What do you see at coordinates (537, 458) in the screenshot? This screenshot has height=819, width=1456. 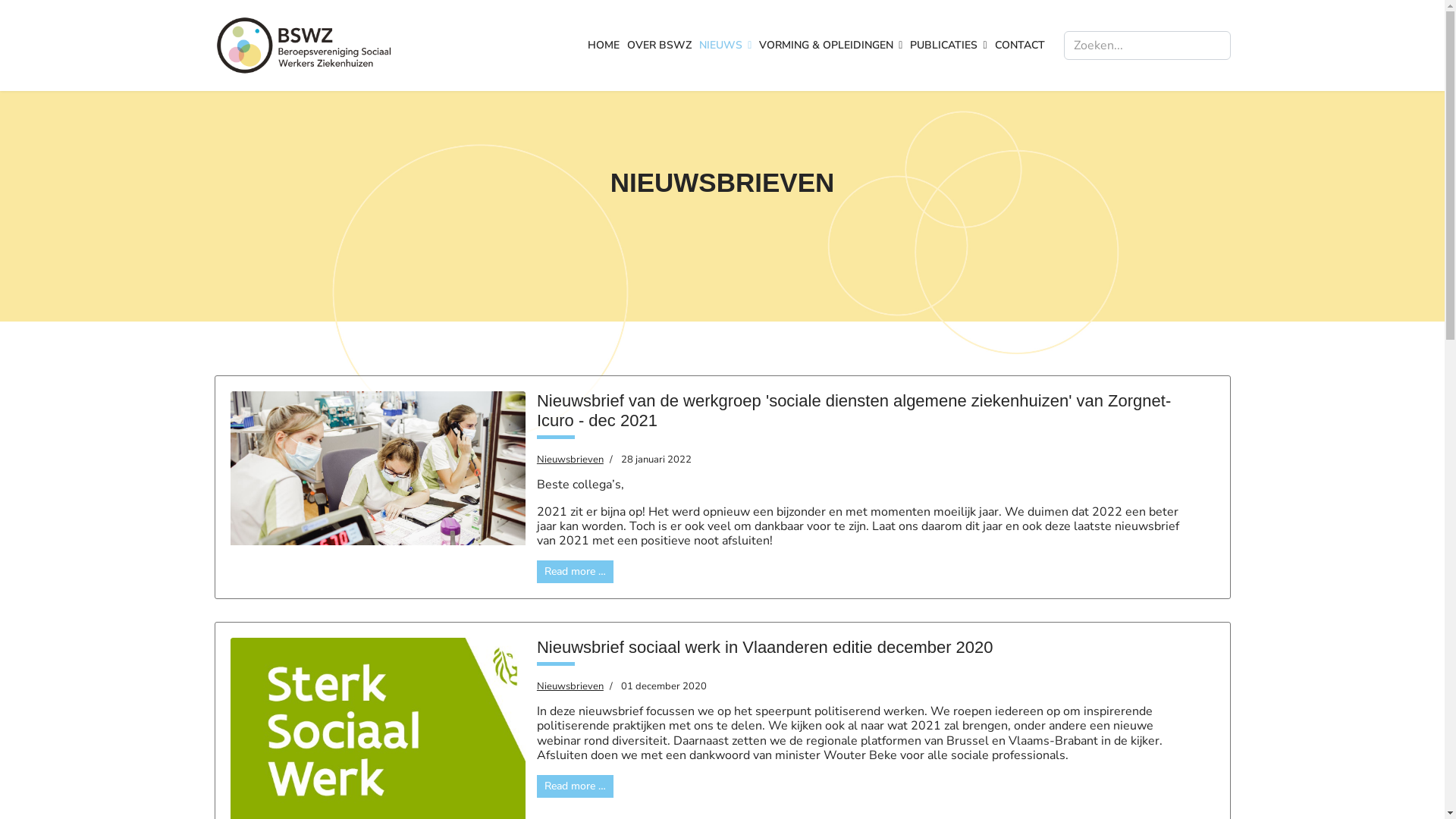 I see `'Nieuwsbrieven'` at bounding box center [537, 458].